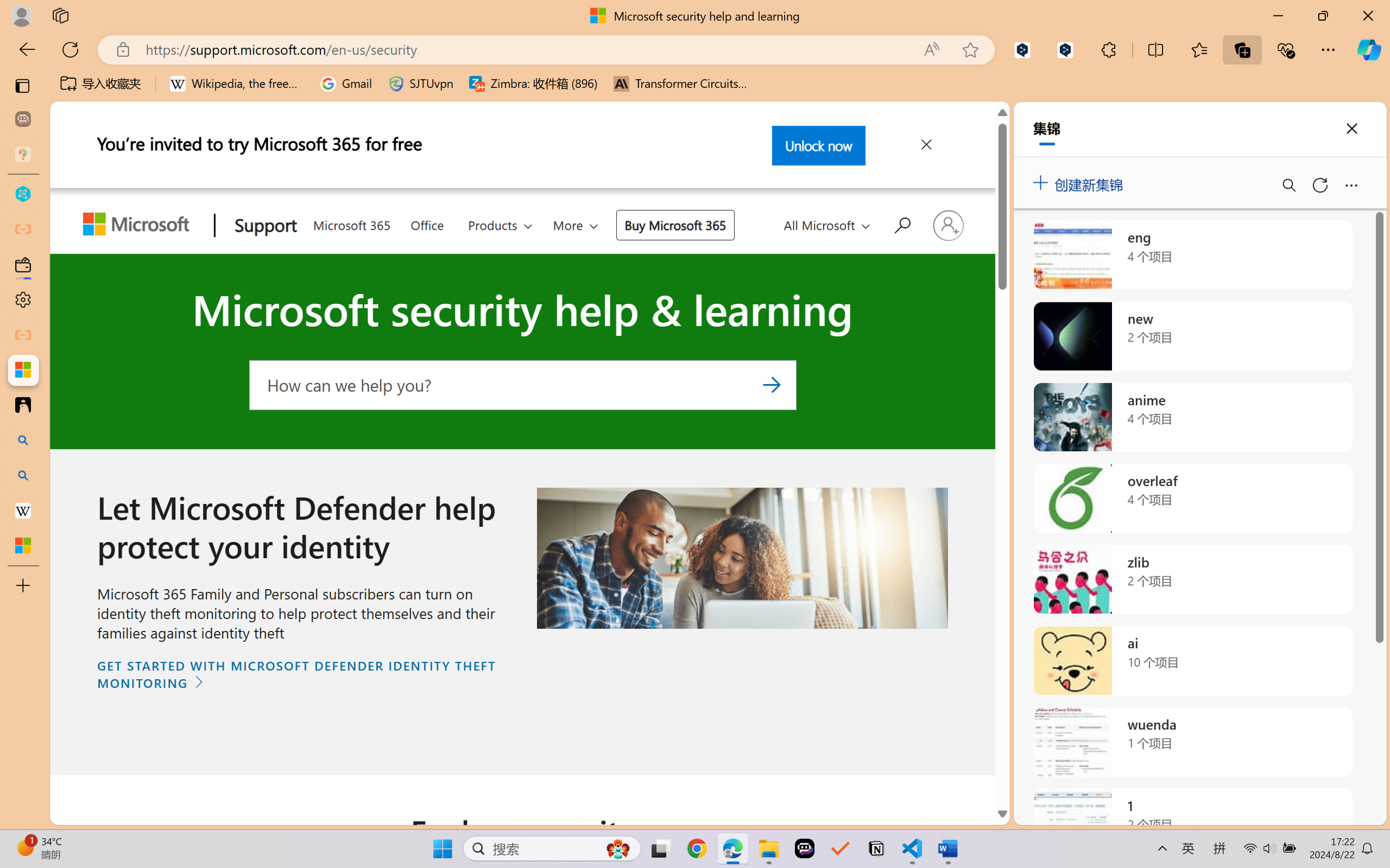 This screenshot has width=1390, height=868. I want to click on 'Buy Microsoft 365', so click(674, 224).